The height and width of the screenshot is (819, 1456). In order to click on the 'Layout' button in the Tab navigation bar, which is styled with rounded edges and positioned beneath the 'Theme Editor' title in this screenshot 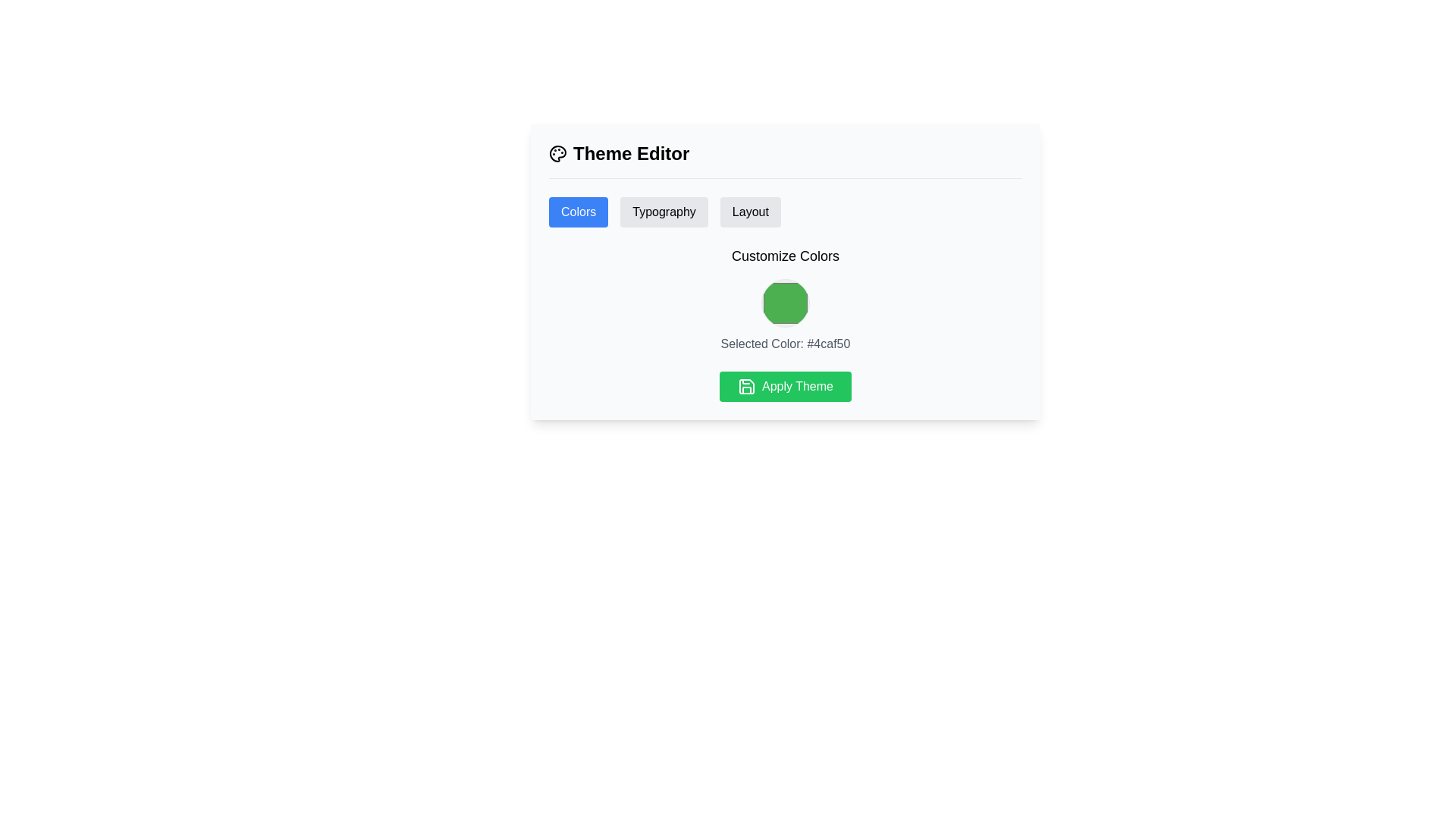, I will do `click(786, 212)`.